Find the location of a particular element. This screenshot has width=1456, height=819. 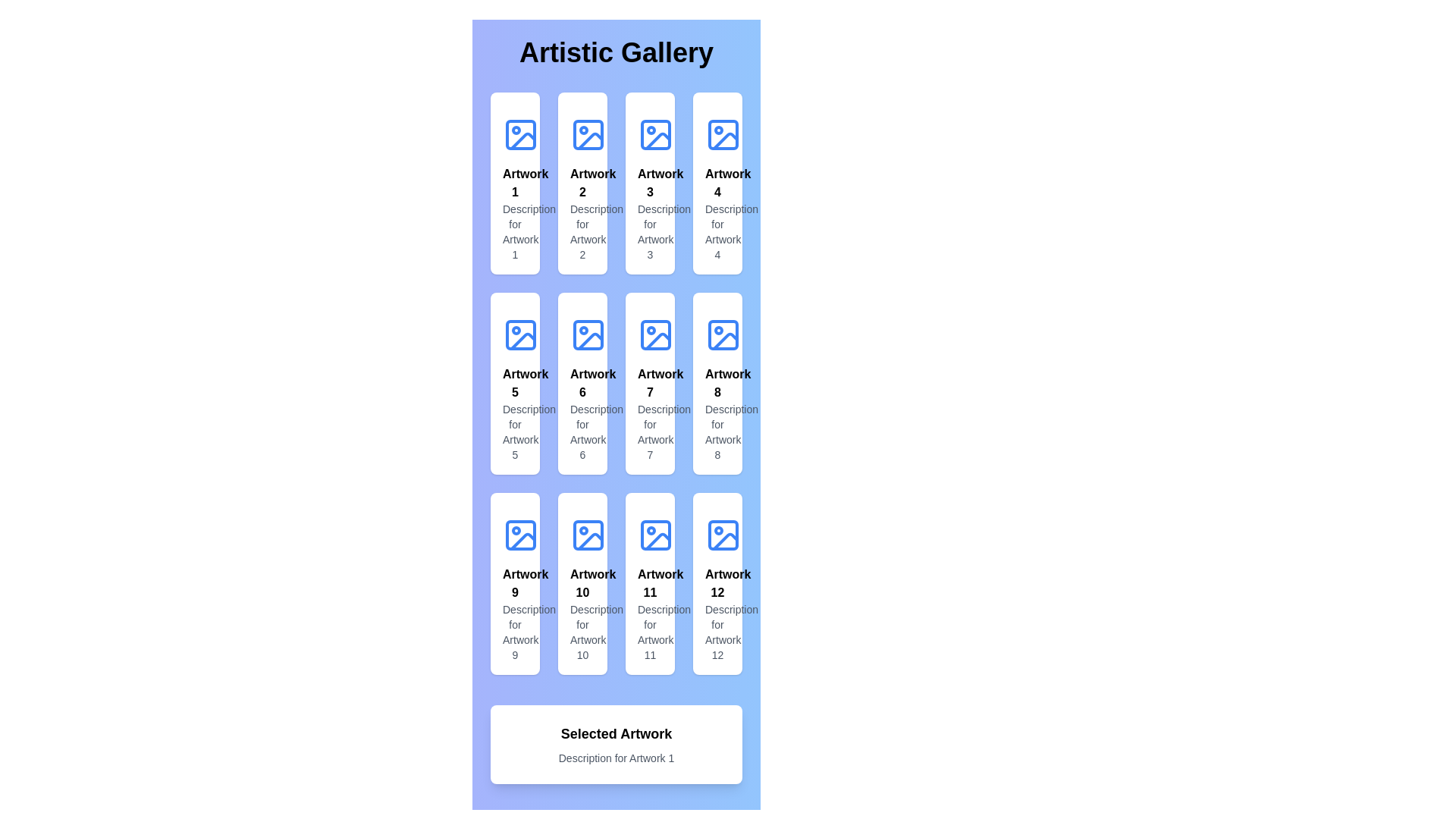

the diagonal line with an arrow-like feature in the ninth artwork thumbnail (row three, column one) of the SVG icon is located at coordinates (523, 540).